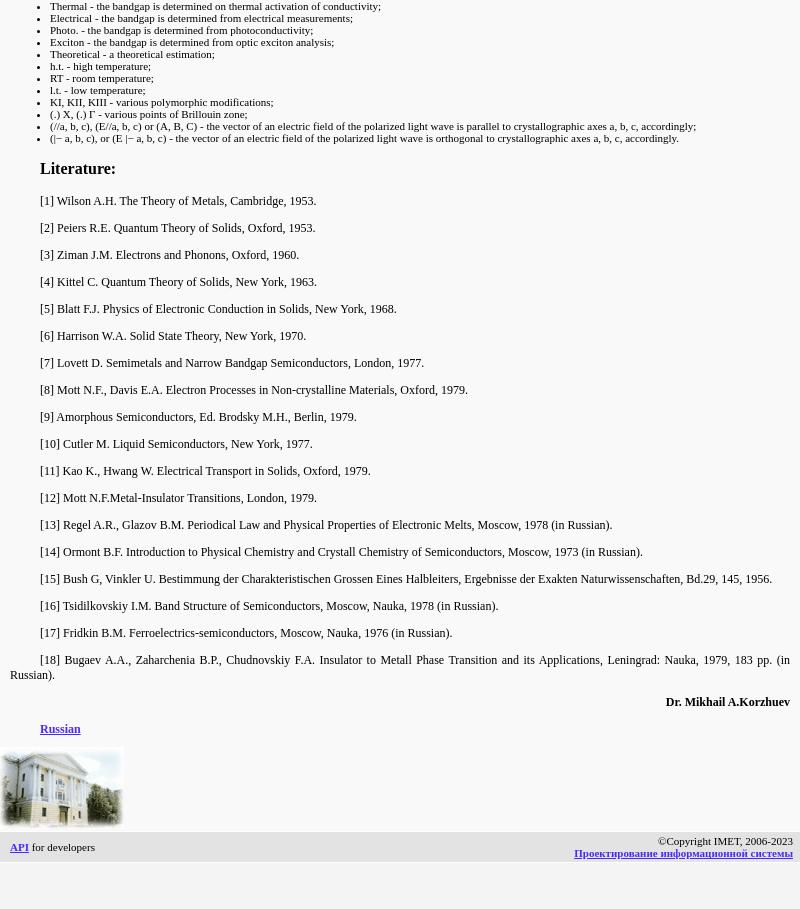  What do you see at coordinates (78, 167) in the screenshot?
I see `'Literature:'` at bounding box center [78, 167].